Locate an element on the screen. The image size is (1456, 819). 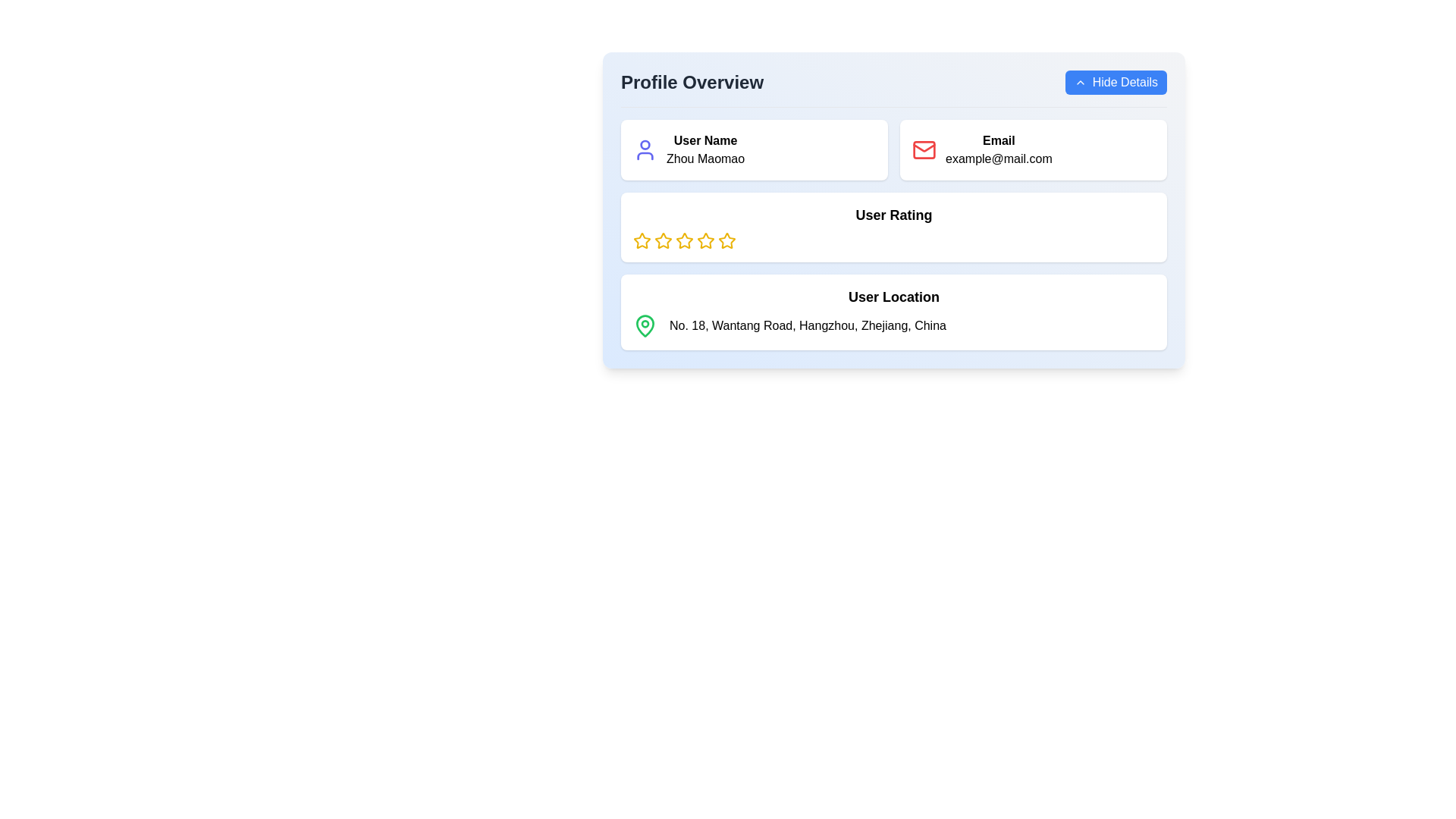
the lower curved part of the user icon located in the profile section, which is part of a vector graphic in the SVG file is located at coordinates (645, 155).